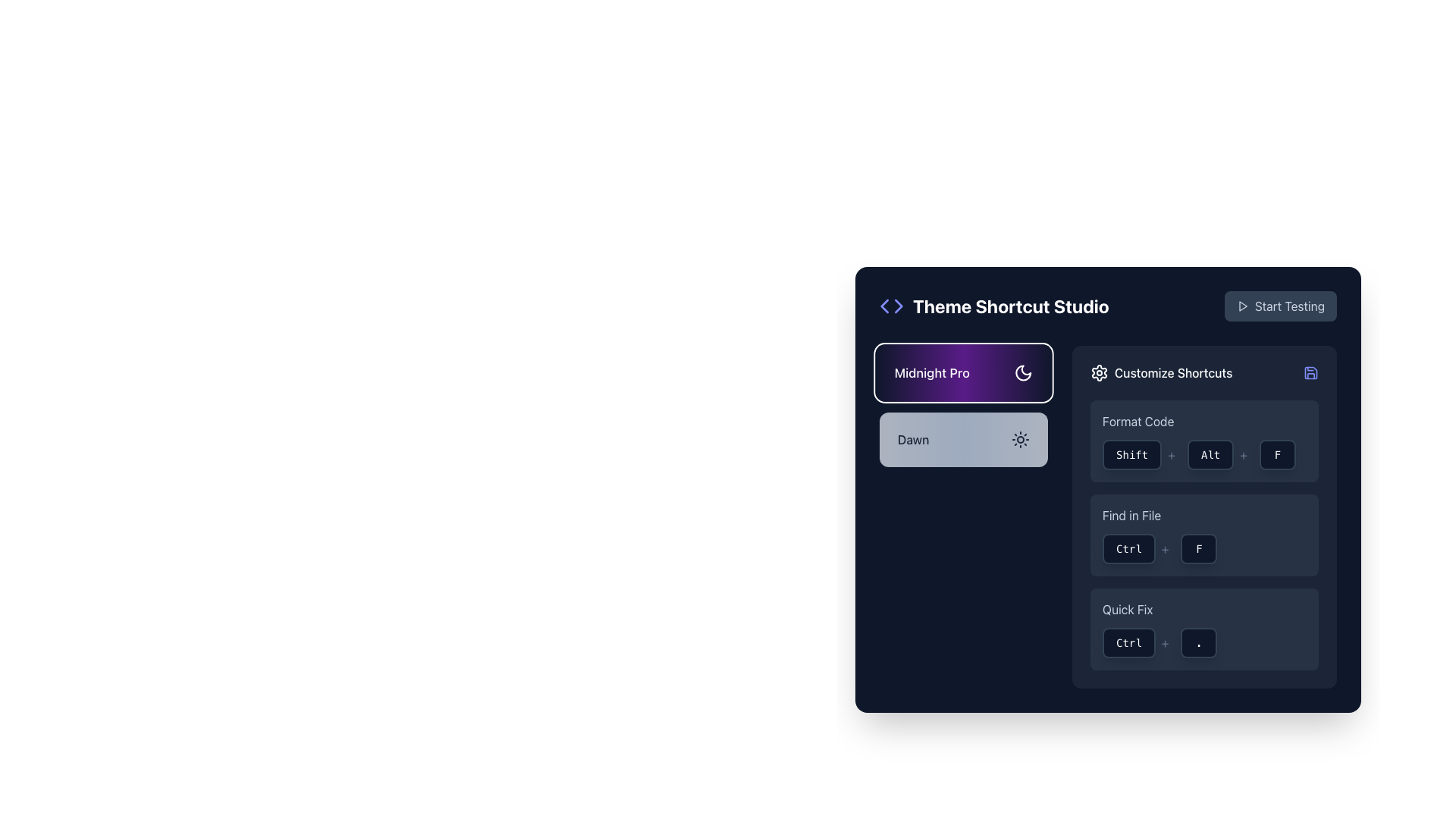  What do you see at coordinates (1011, 306) in the screenshot?
I see `the text label displaying 'Theme Shortcut Studio', which is a bold white font on a dark background, positioned near the top center of the interface` at bounding box center [1011, 306].